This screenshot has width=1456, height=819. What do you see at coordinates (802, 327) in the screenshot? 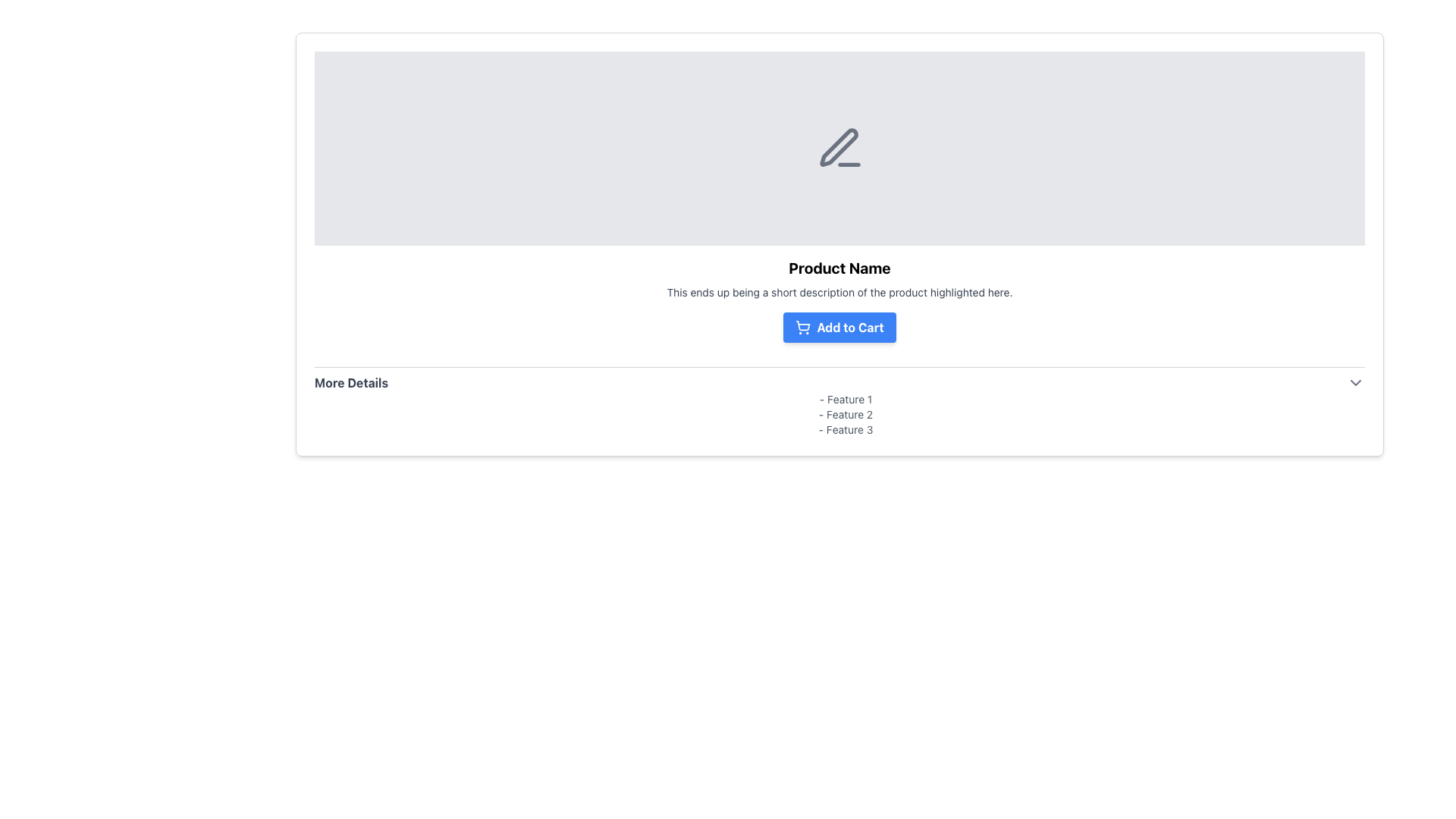
I see `the shopping cart icon located to the left of the 'Add to Cart' button, which is situated near the center of the interface below the product description` at bounding box center [802, 327].